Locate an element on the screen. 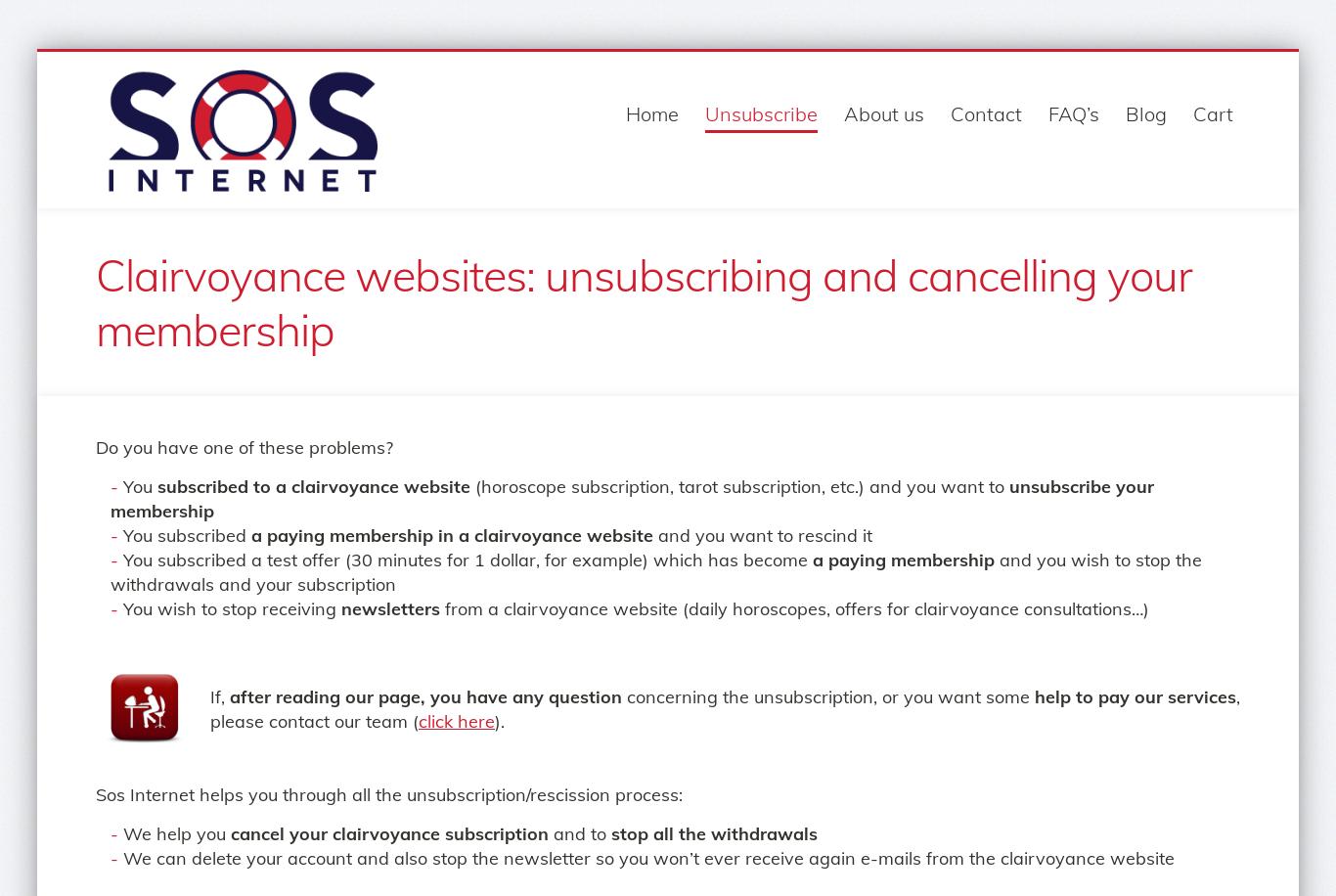 The height and width of the screenshot is (896, 1336). 'If,' is located at coordinates (218, 696).